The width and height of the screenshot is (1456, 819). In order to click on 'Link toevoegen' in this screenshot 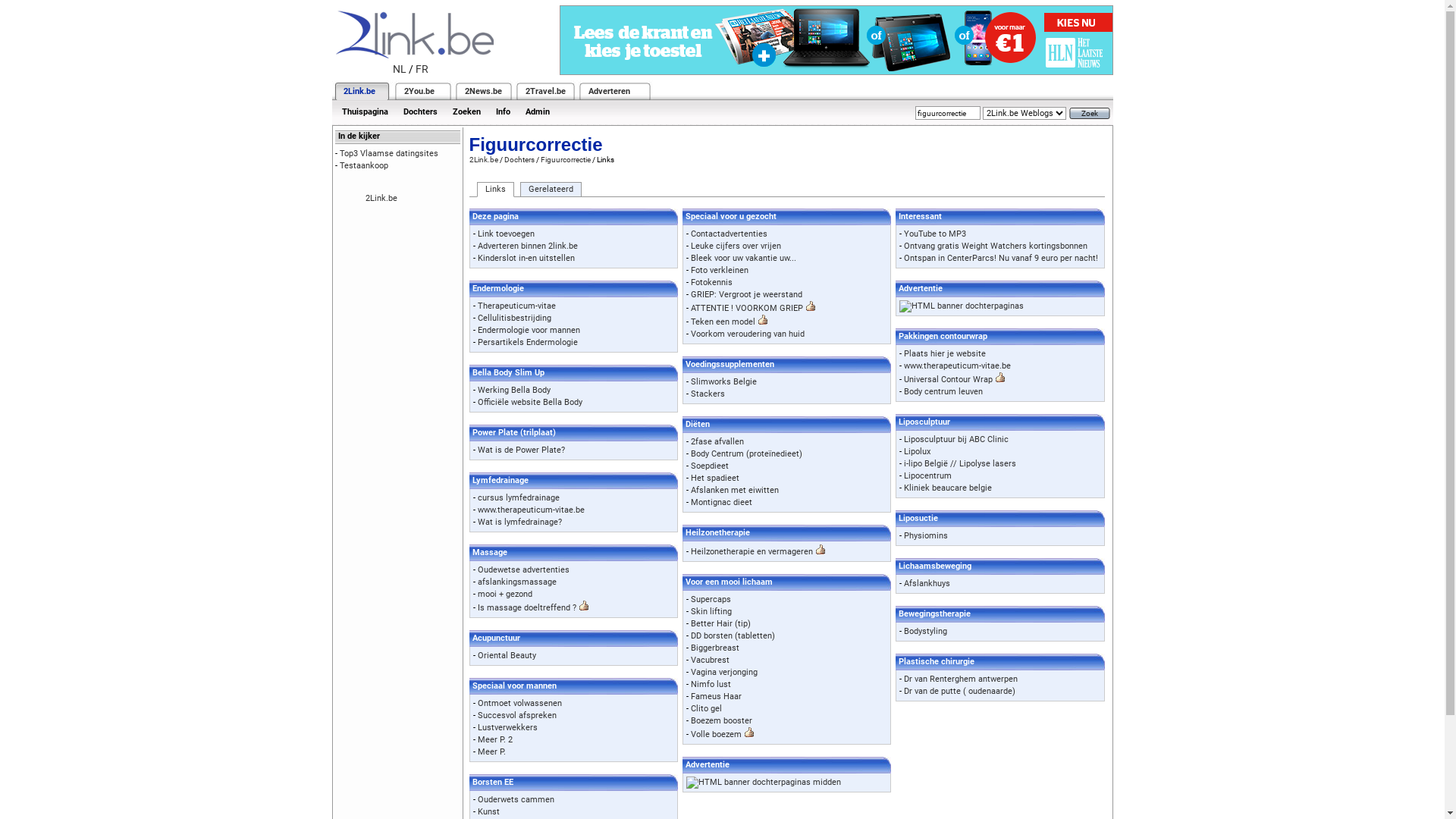, I will do `click(506, 234)`.